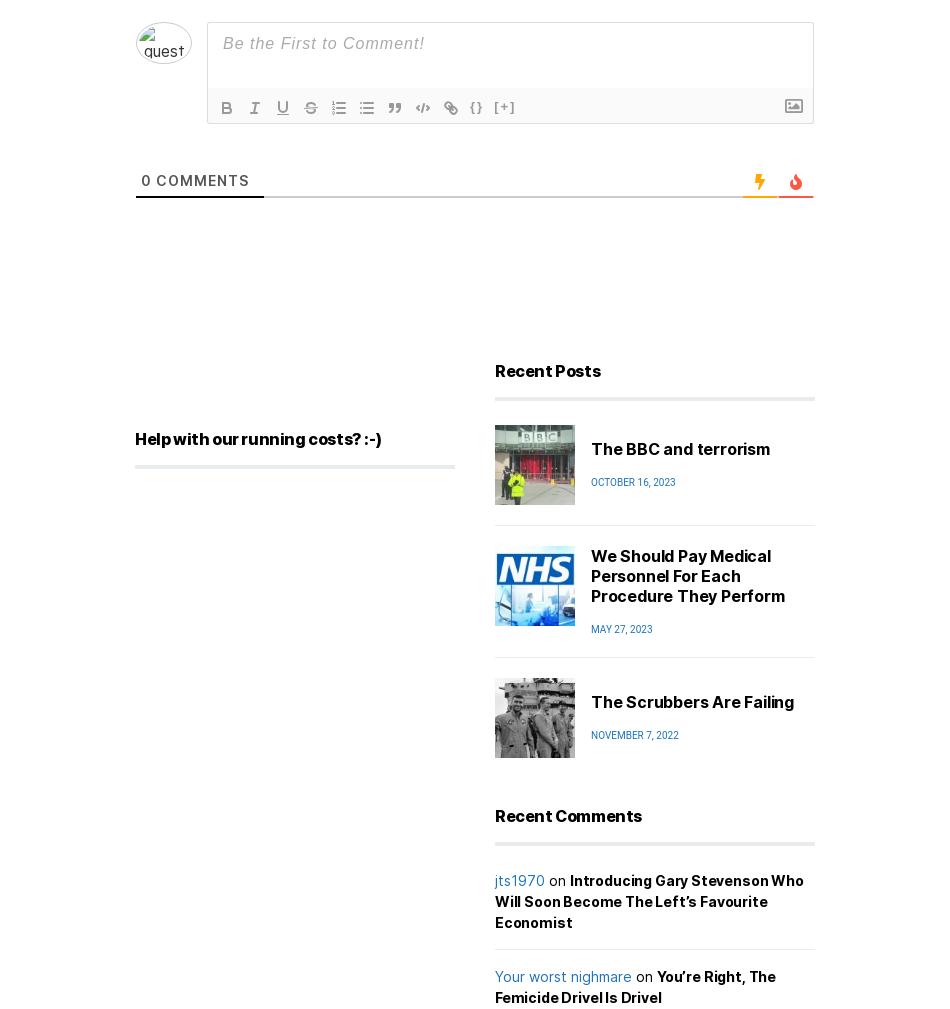 This screenshot has width=950, height=1009. What do you see at coordinates (634, 735) in the screenshot?
I see `'November 7, 2022'` at bounding box center [634, 735].